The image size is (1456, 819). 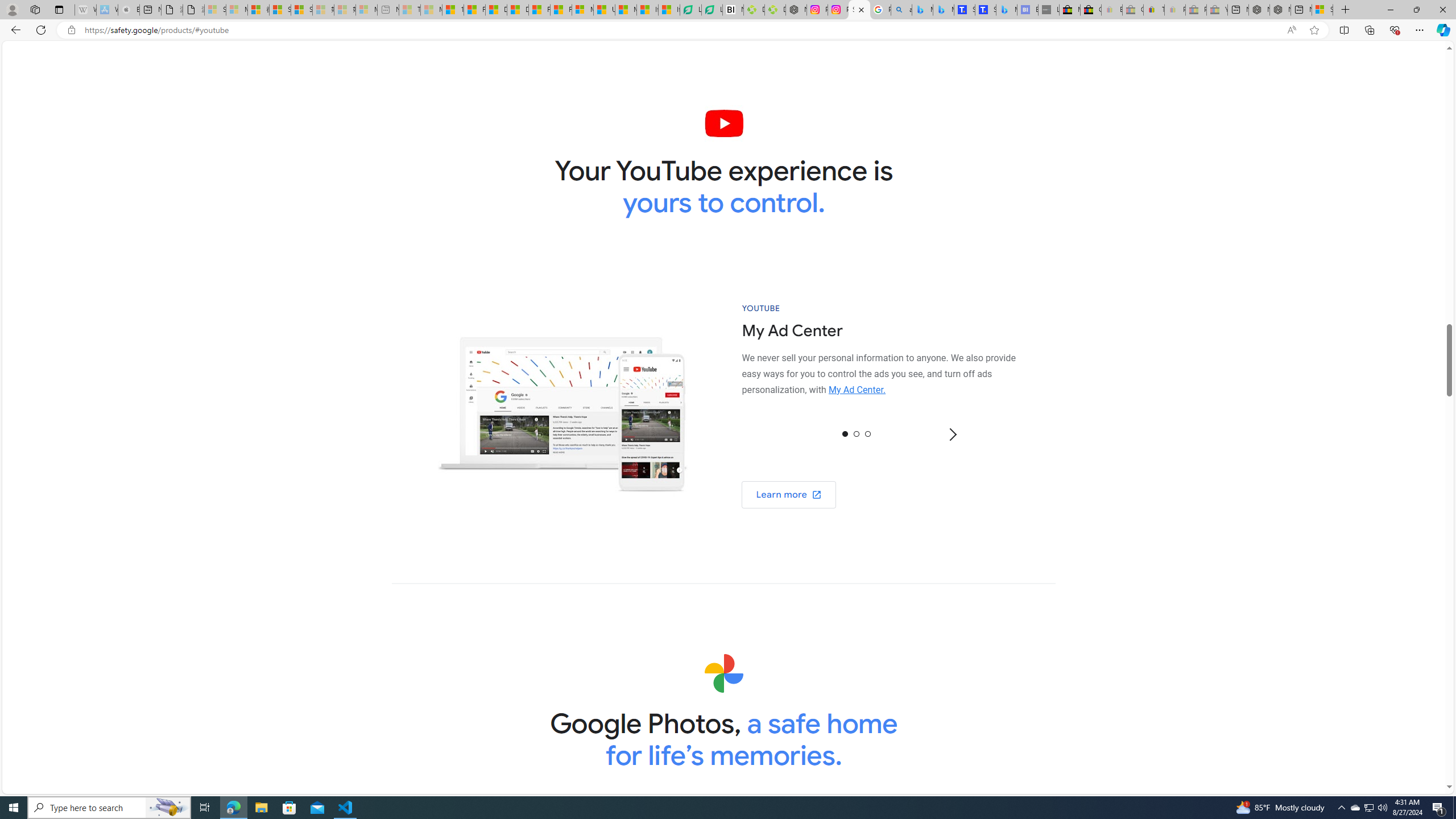 What do you see at coordinates (1196, 9) in the screenshot?
I see `'Press Room - eBay Inc. - Sleeping'` at bounding box center [1196, 9].